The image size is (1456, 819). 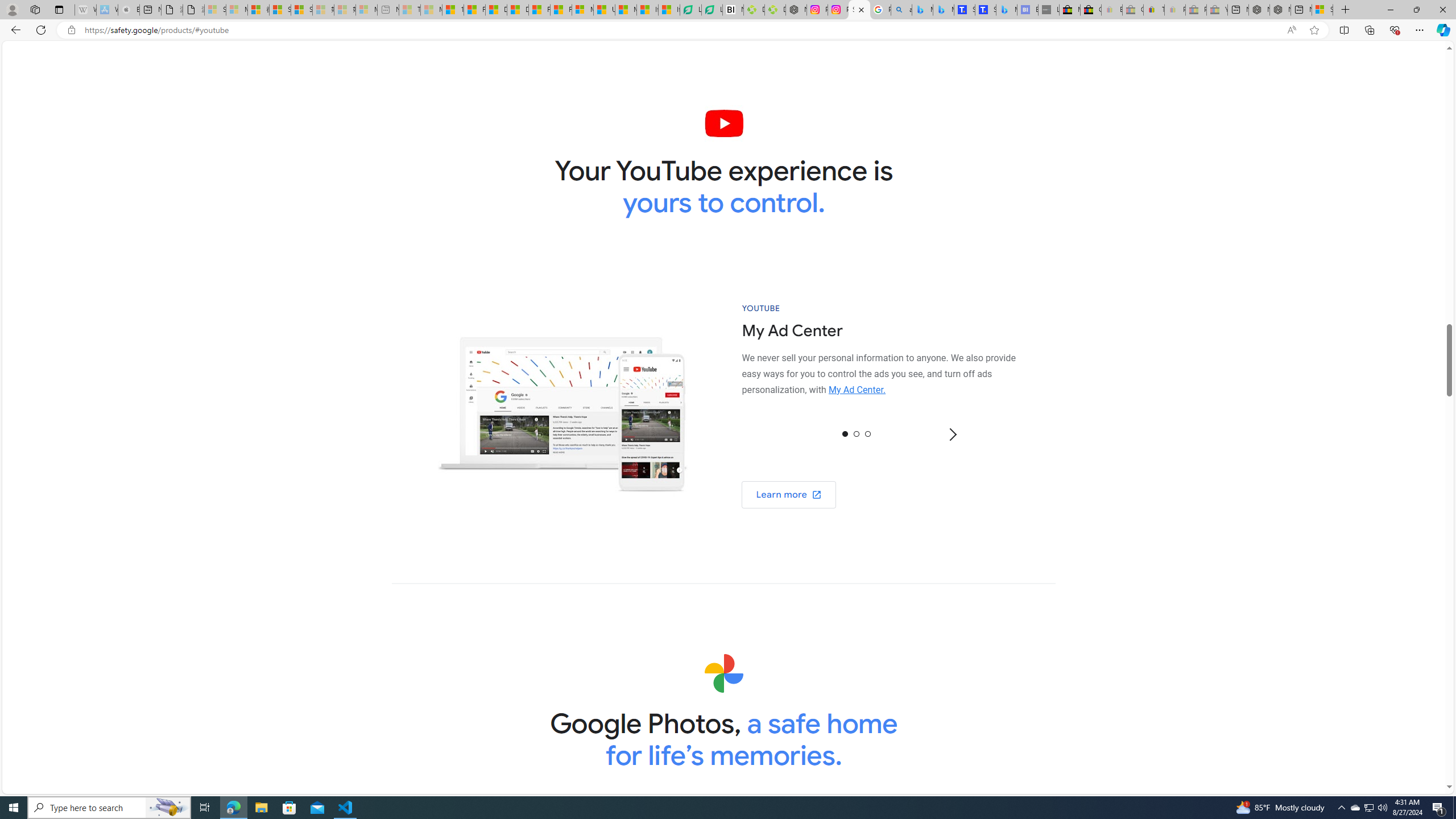 What do you see at coordinates (1196, 9) in the screenshot?
I see `'Press Room - eBay Inc. - Sleeping'` at bounding box center [1196, 9].